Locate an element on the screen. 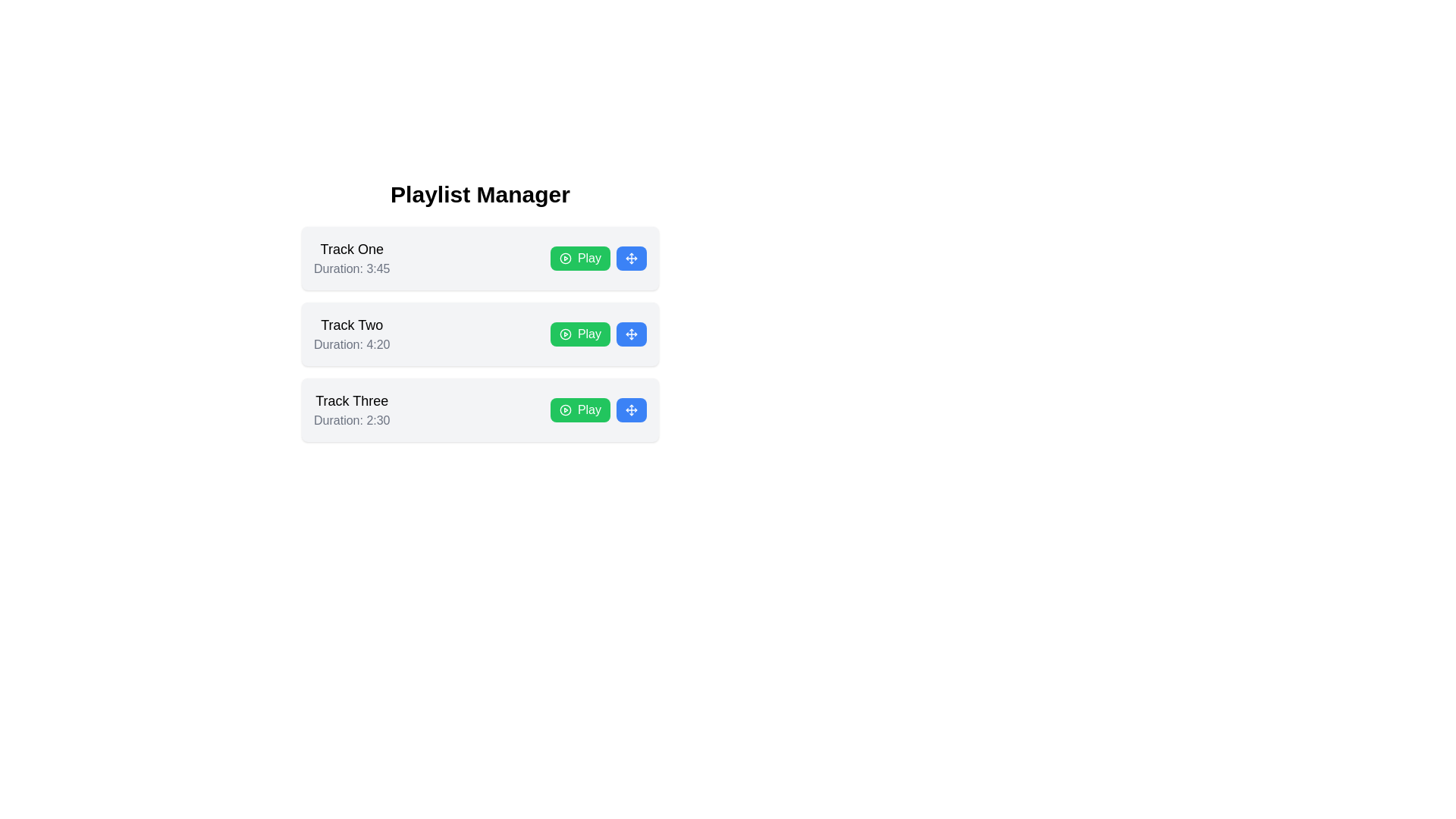 The width and height of the screenshot is (1456, 819). the green 'Play' button located on the right side of the 'Track Three' item is located at coordinates (598, 409).